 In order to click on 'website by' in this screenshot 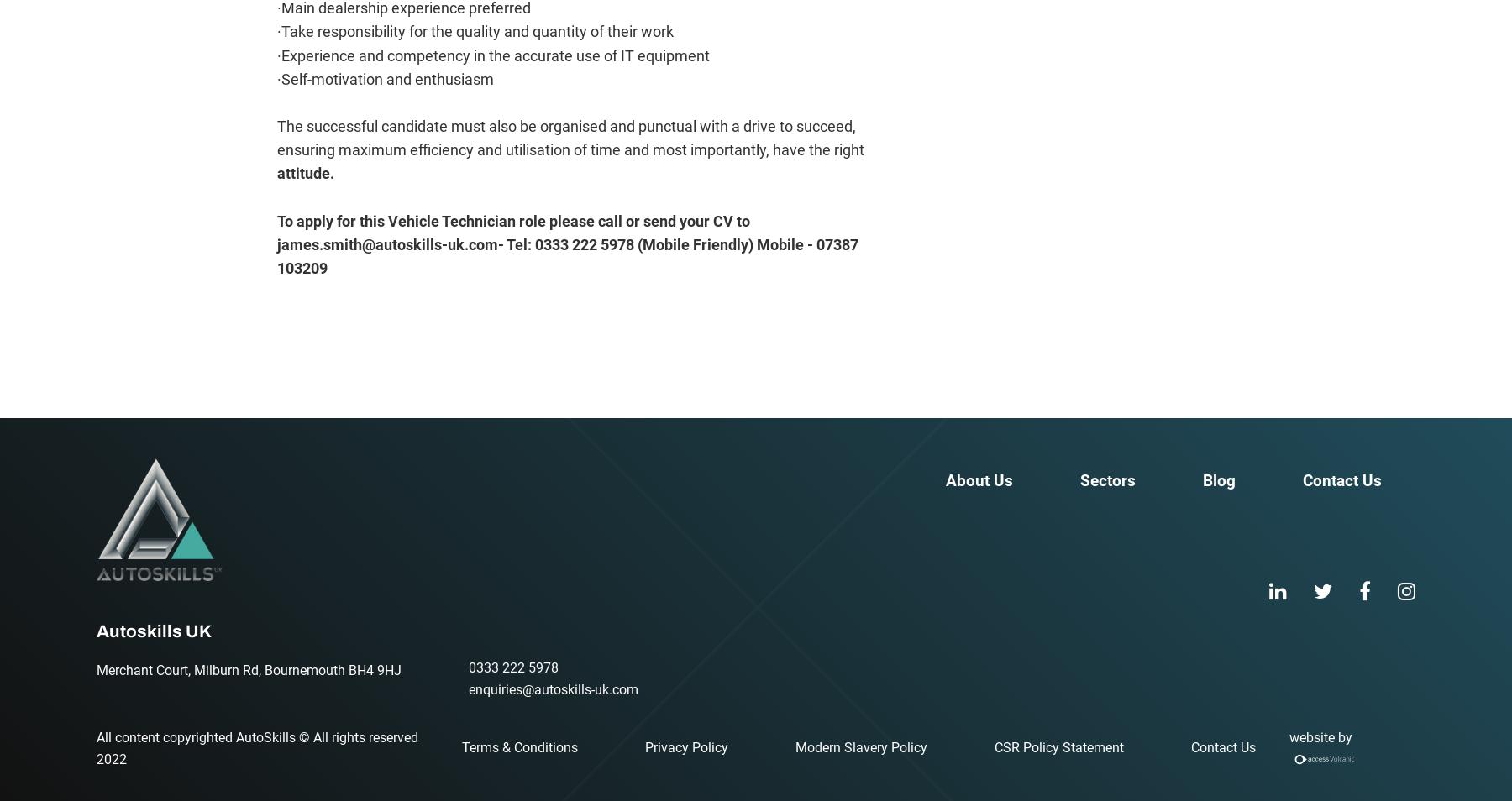, I will do `click(1320, 737)`.